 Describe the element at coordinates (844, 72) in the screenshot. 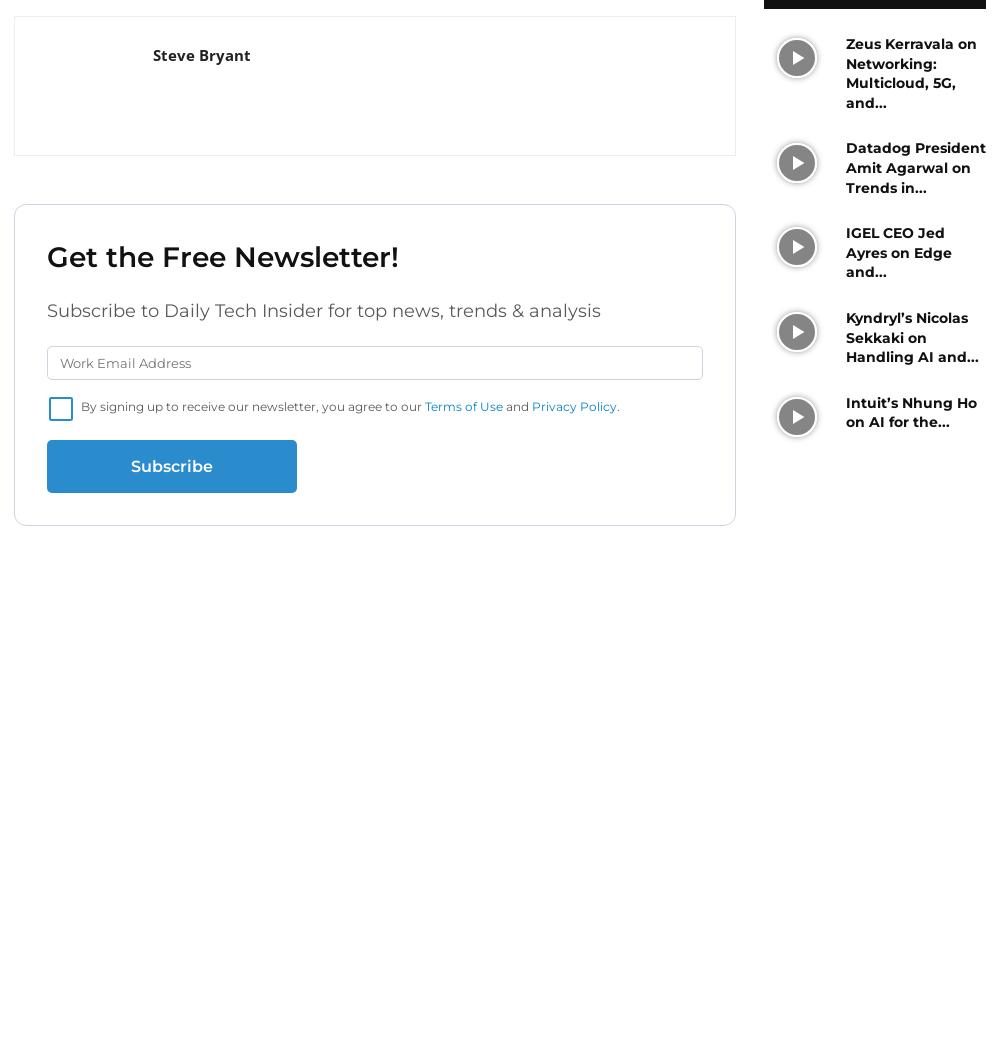

I see `'Zeus Kerravala on Networking: Multicloud, 5G, and...'` at that location.